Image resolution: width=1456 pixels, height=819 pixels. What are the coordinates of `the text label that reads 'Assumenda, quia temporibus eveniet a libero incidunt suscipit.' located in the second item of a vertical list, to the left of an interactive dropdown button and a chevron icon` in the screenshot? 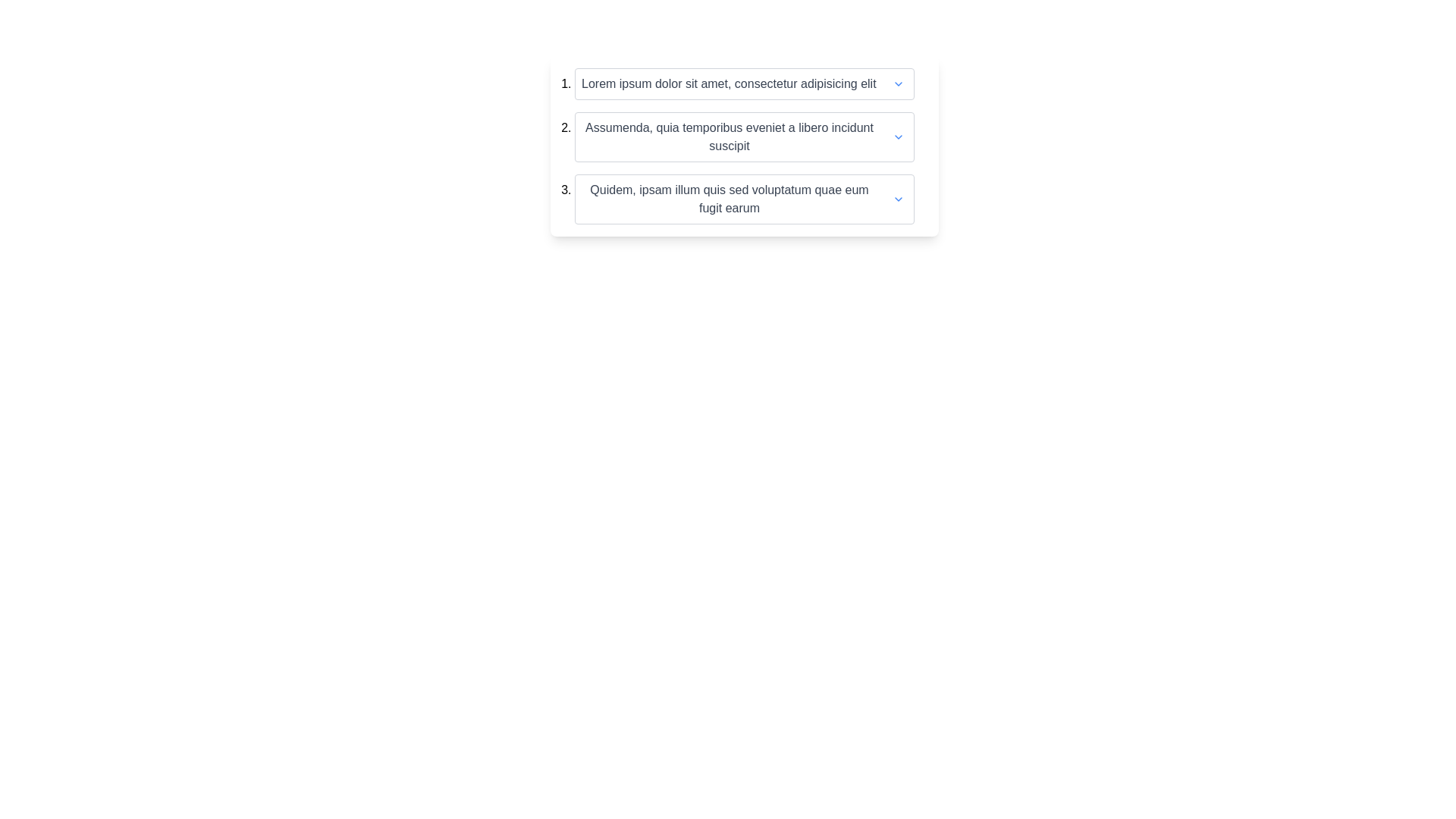 It's located at (729, 137).